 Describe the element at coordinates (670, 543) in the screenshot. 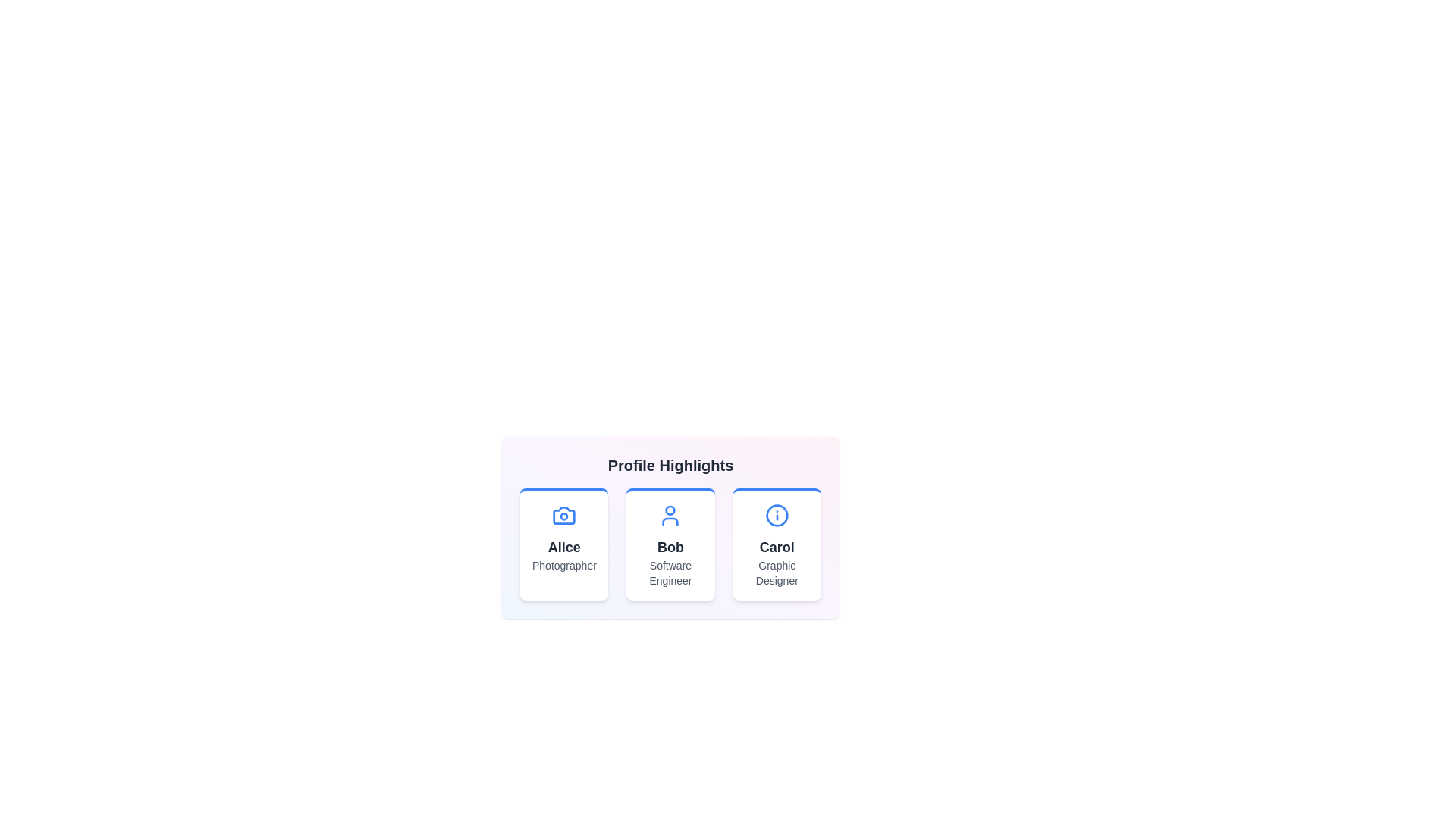

I see `the profile card of Bob to preview additional information` at that location.